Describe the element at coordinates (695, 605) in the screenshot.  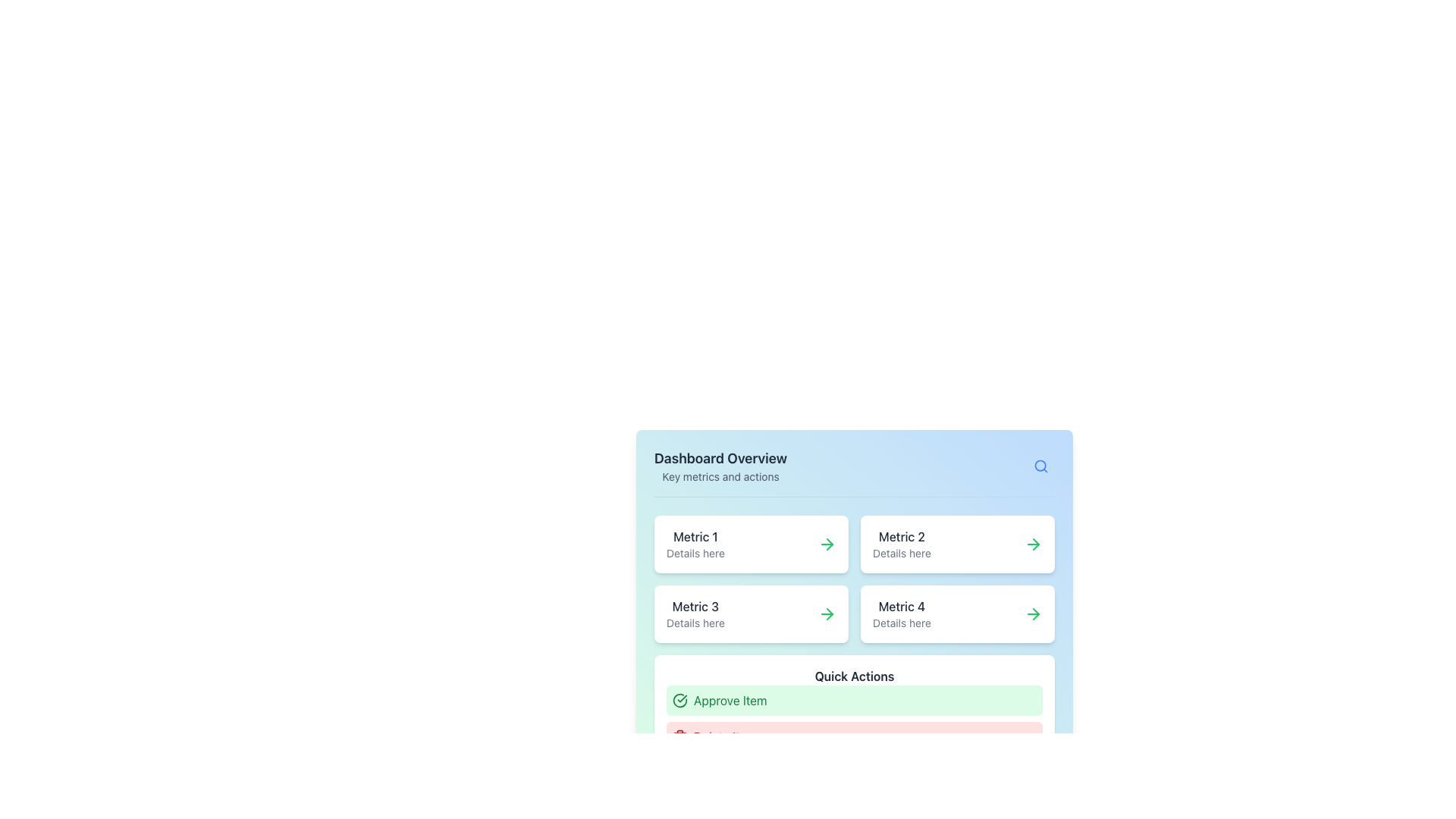
I see `the static text element labeled 'Metric 3' in the bottom-left corner of the 'Dashboard Overview' section, which serves as a title for nearby metrics` at that location.